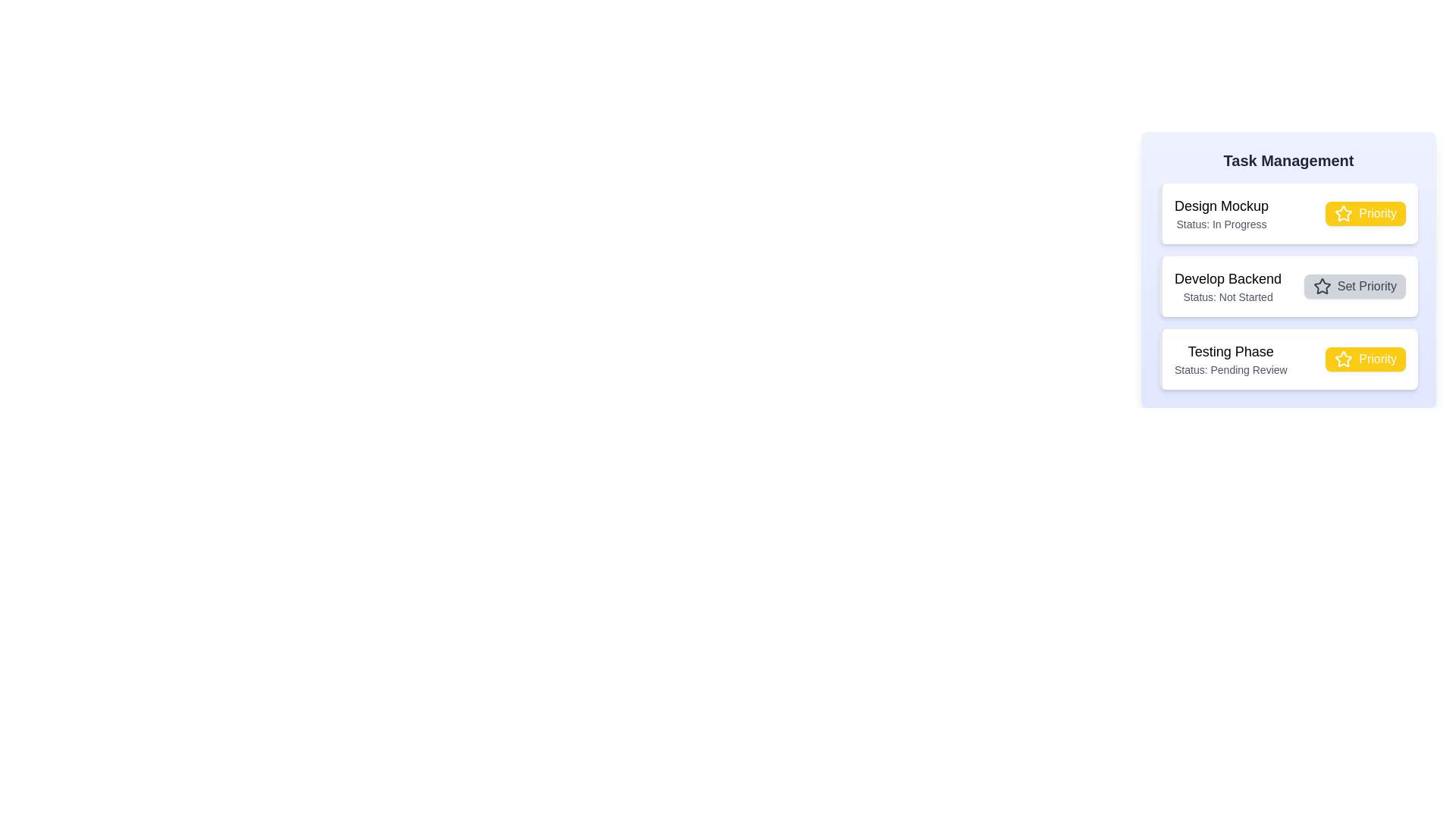  What do you see at coordinates (1231, 351) in the screenshot?
I see `the task title Testing Phase to select its text` at bounding box center [1231, 351].